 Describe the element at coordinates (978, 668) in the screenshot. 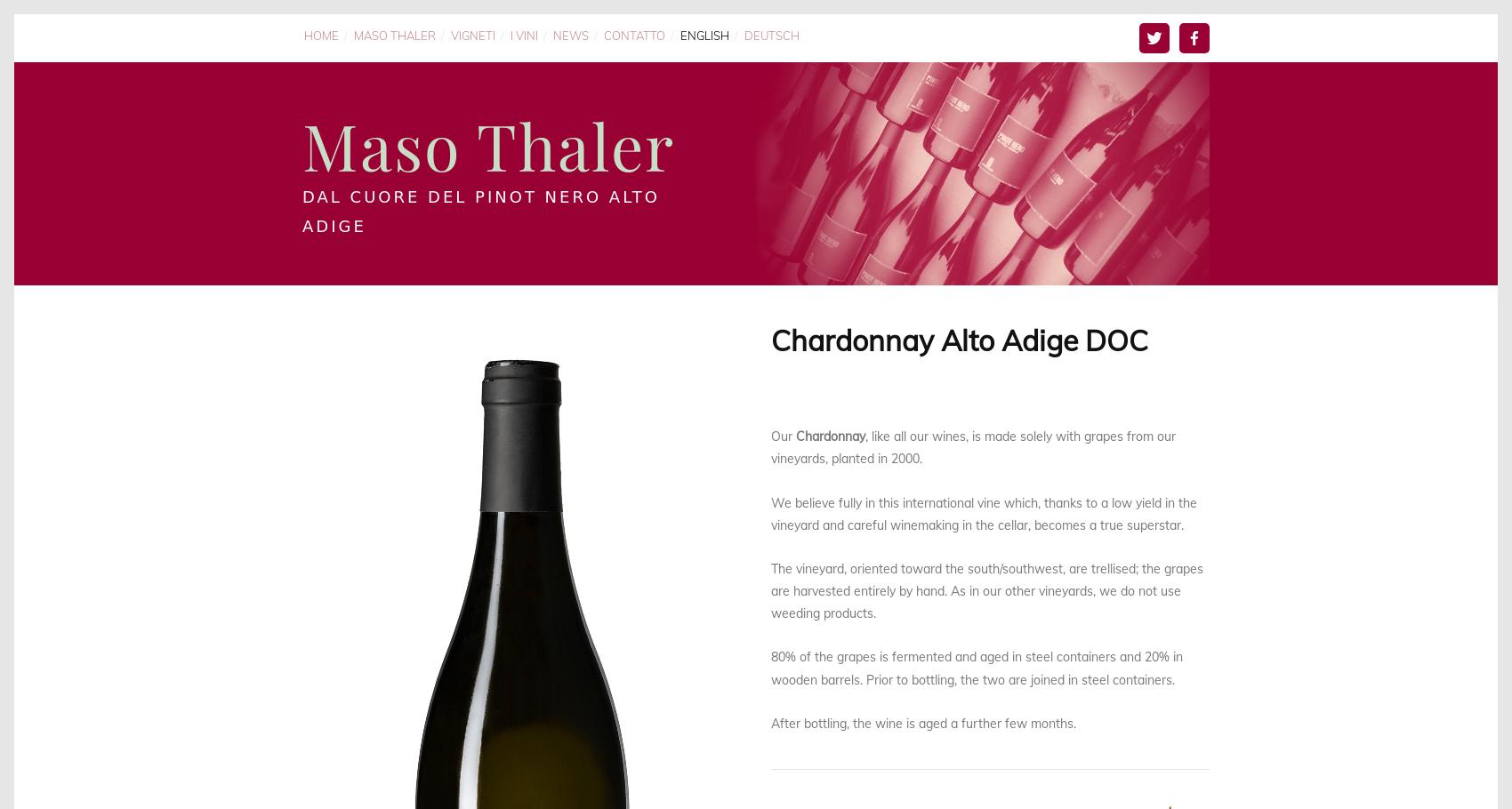

I see `'80% of the grapes is fermented and aged in steel containers and 20% in wooden barrels. Prior to bottling, the two are joined in steel containers.'` at that location.